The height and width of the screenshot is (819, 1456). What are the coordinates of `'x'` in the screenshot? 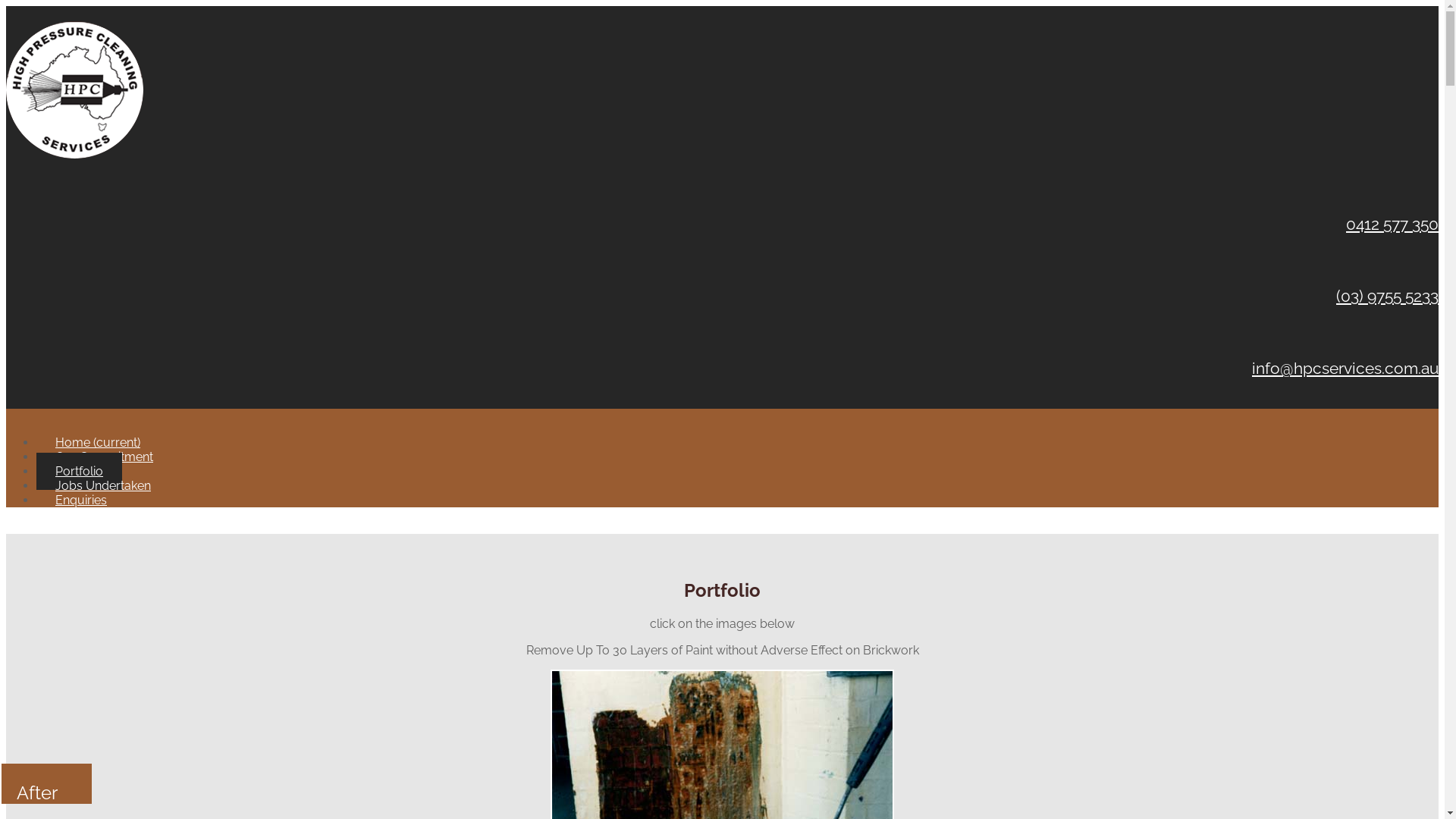 It's located at (9, 526).